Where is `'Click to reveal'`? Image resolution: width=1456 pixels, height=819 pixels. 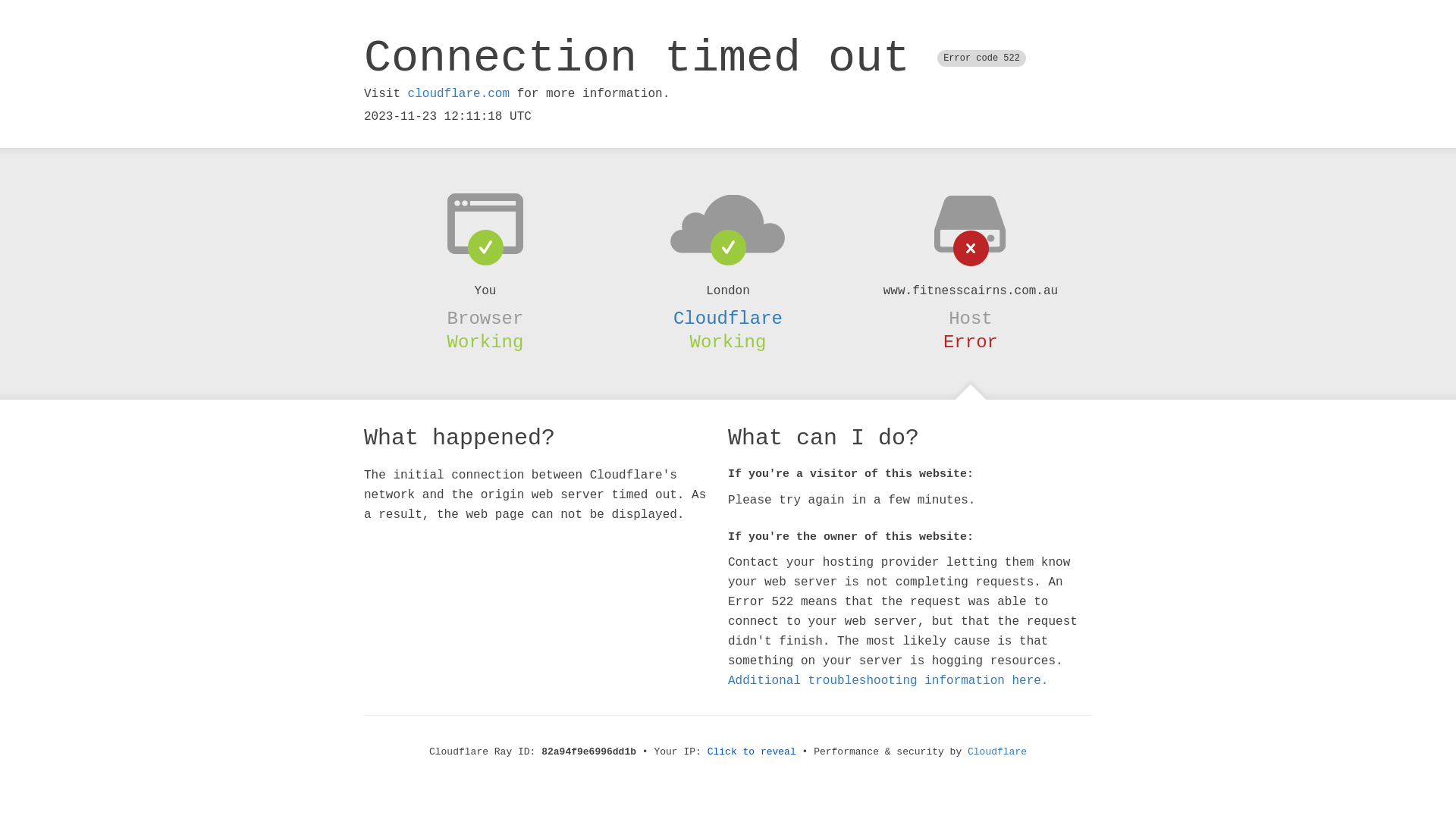 'Click to reveal' is located at coordinates (752, 752).